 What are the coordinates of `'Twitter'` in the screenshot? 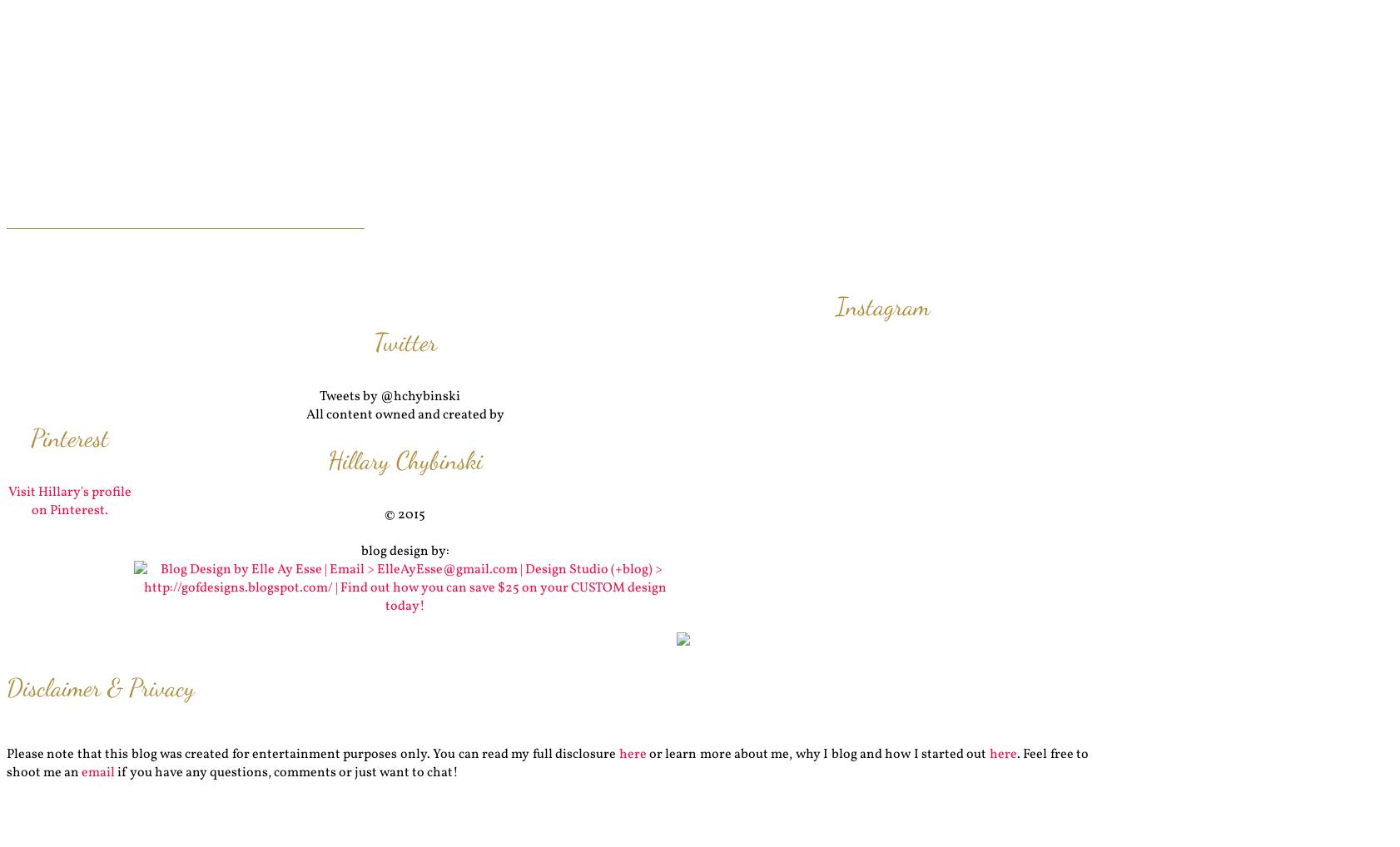 It's located at (404, 340).